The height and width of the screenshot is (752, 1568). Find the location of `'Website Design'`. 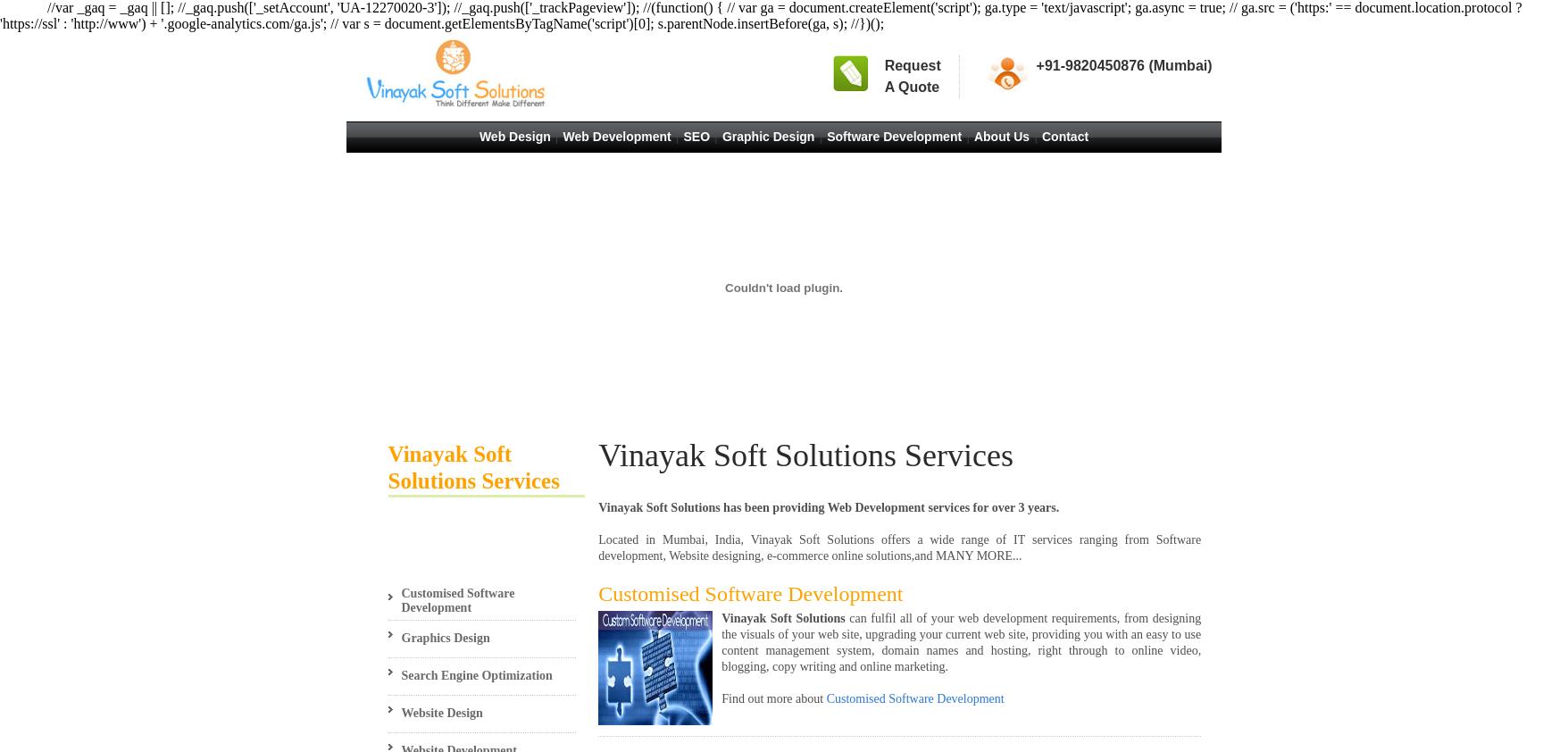

'Website Design' is located at coordinates (441, 713).